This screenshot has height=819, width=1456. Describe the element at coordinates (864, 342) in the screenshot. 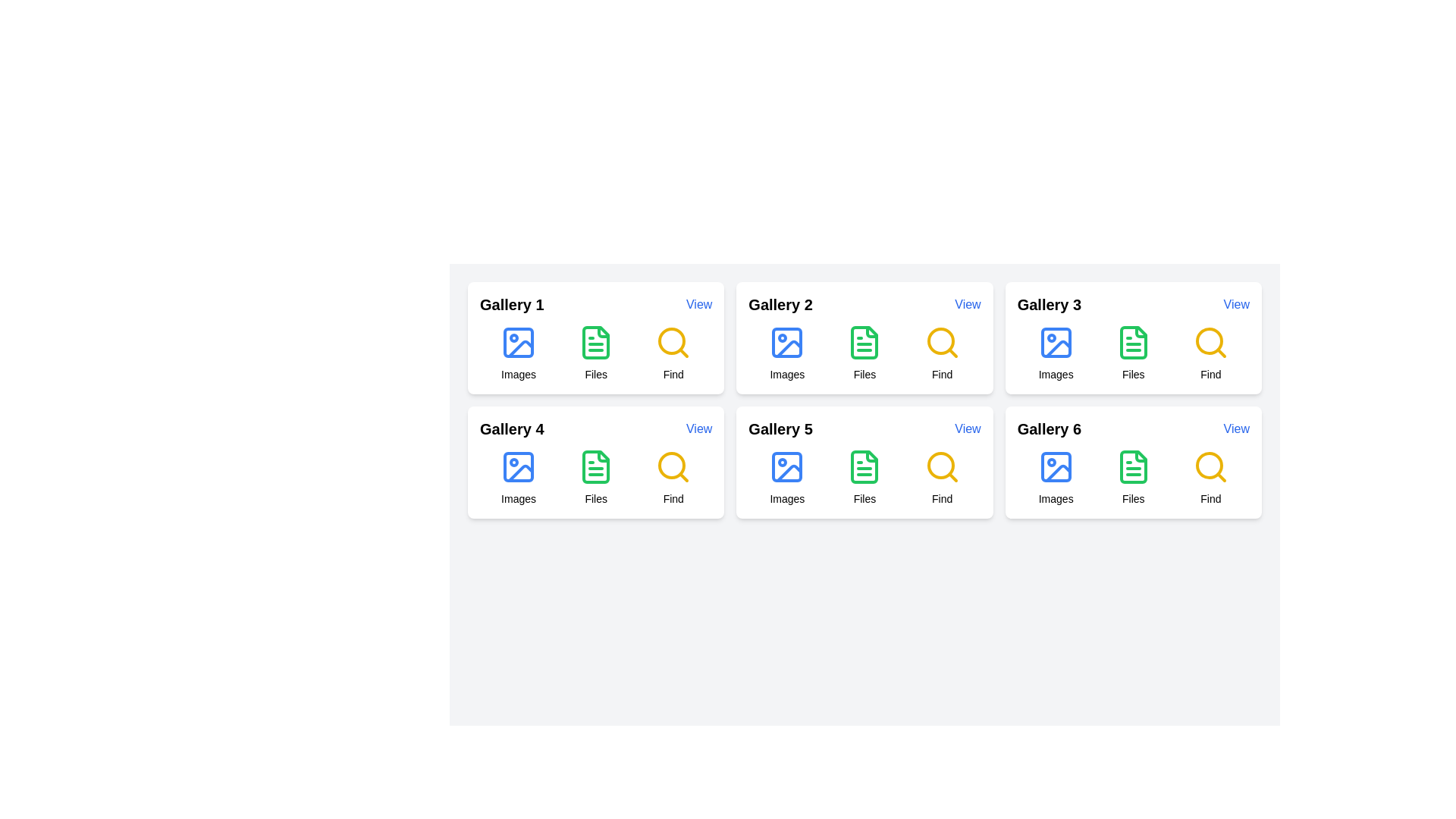

I see `the second icon in the row of three elements within the card titled 'Gallery 2', which serves as a visual indicator for file-related functionality` at that location.